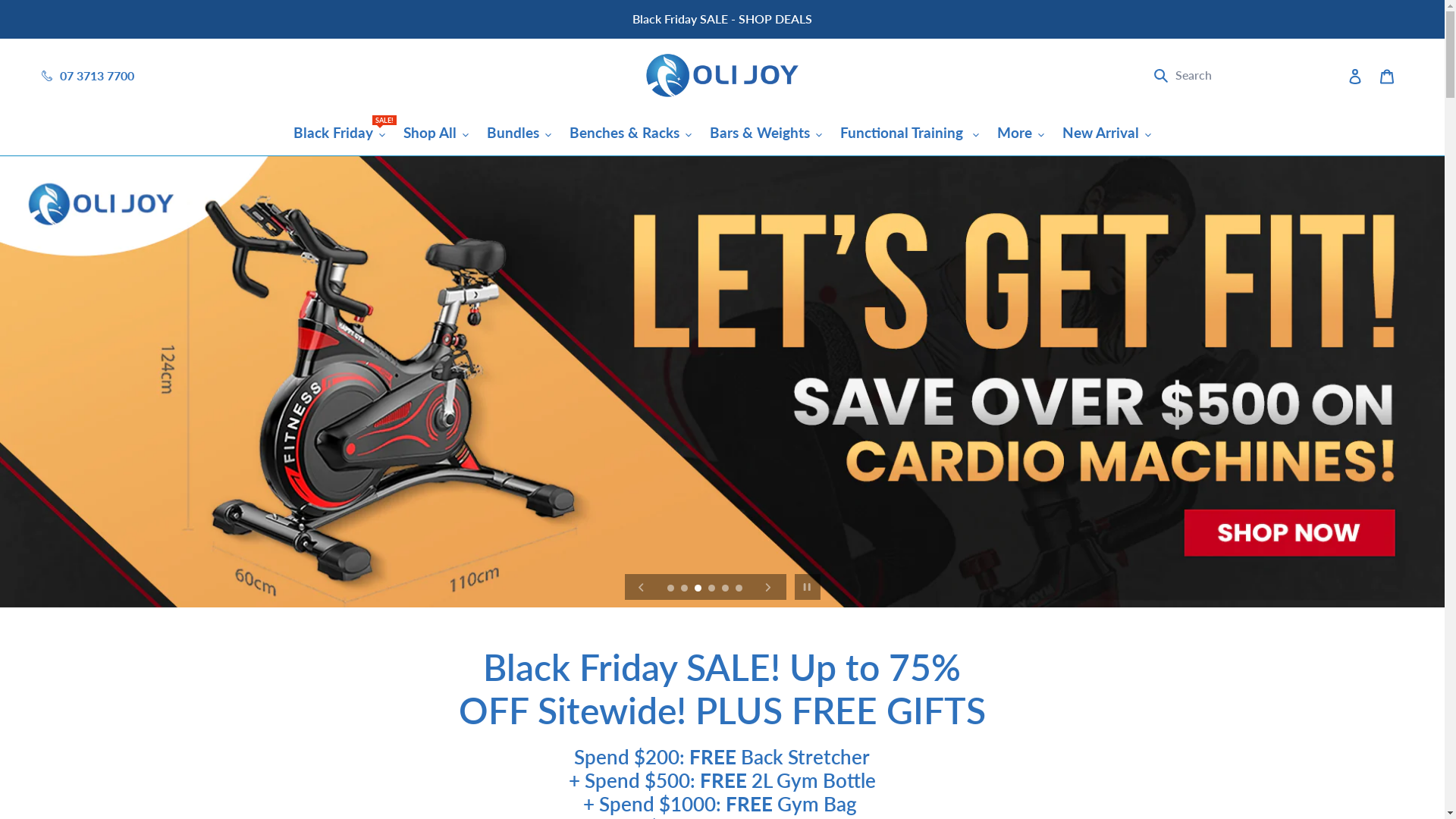  What do you see at coordinates (1339, 75) in the screenshot?
I see `'Log in'` at bounding box center [1339, 75].